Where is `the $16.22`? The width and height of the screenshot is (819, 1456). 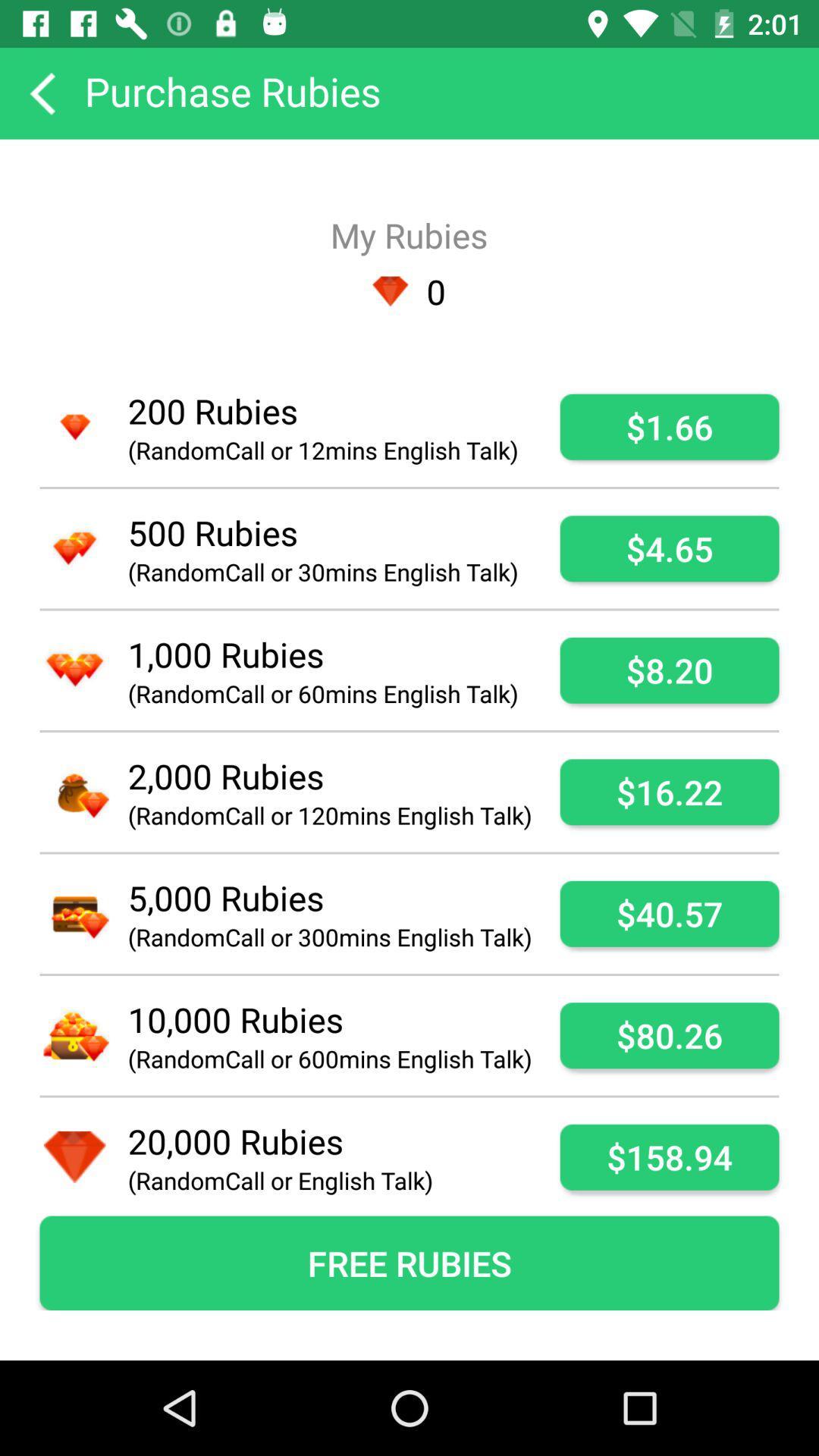 the $16.22 is located at coordinates (669, 791).